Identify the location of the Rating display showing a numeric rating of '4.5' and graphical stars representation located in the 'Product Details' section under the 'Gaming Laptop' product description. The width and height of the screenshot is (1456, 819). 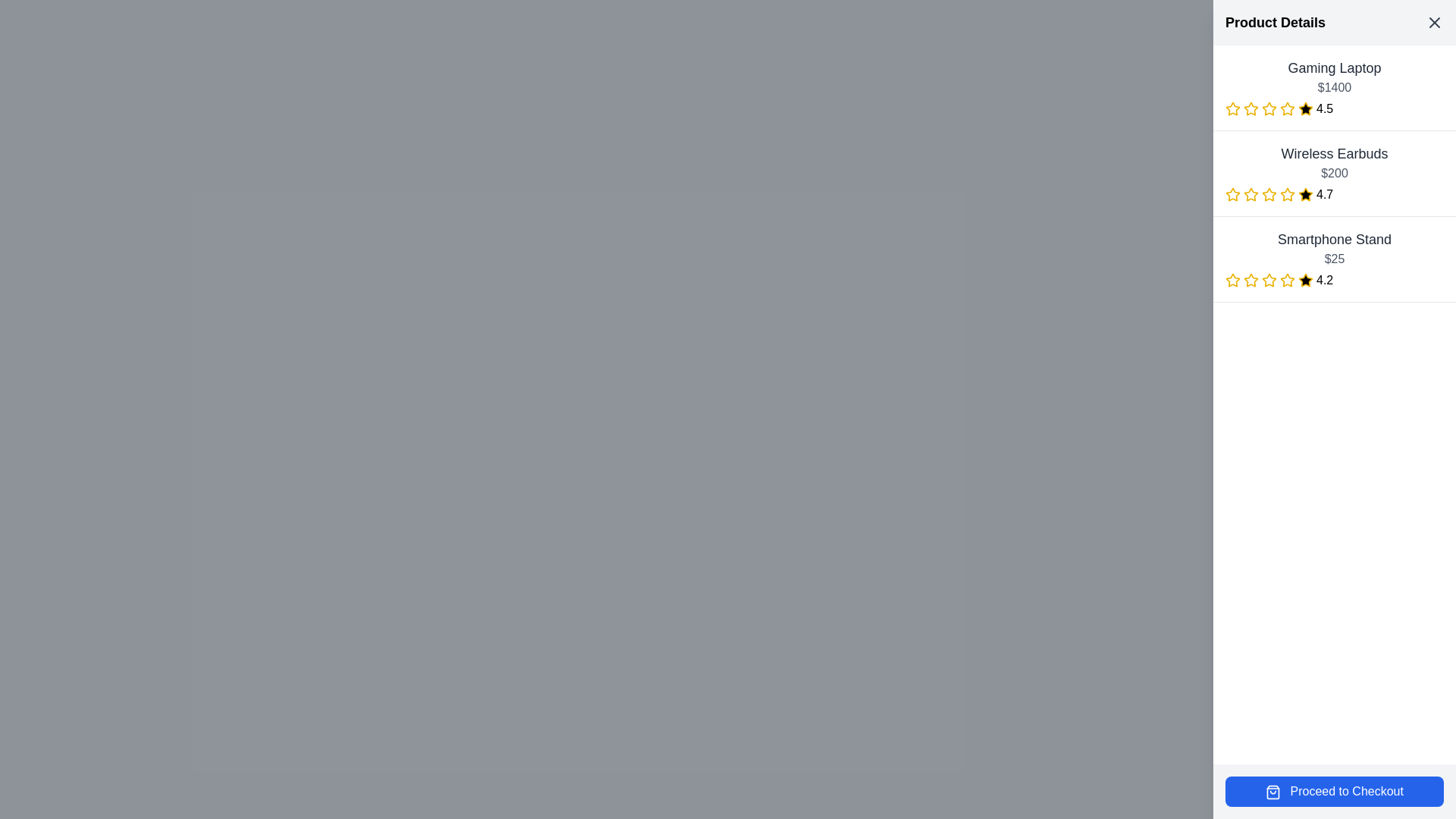
(1335, 108).